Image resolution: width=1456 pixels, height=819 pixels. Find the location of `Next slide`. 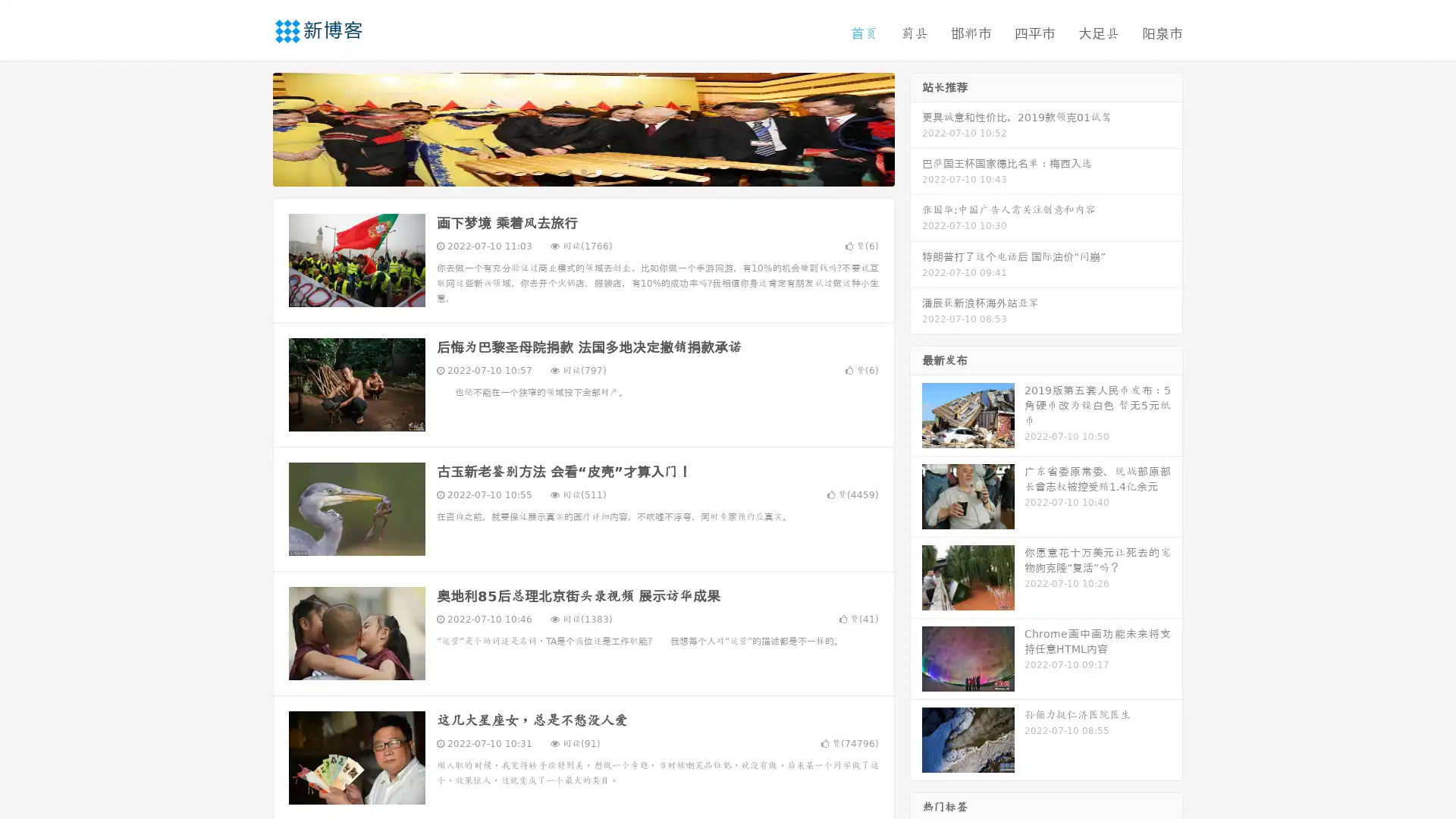

Next slide is located at coordinates (916, 127).